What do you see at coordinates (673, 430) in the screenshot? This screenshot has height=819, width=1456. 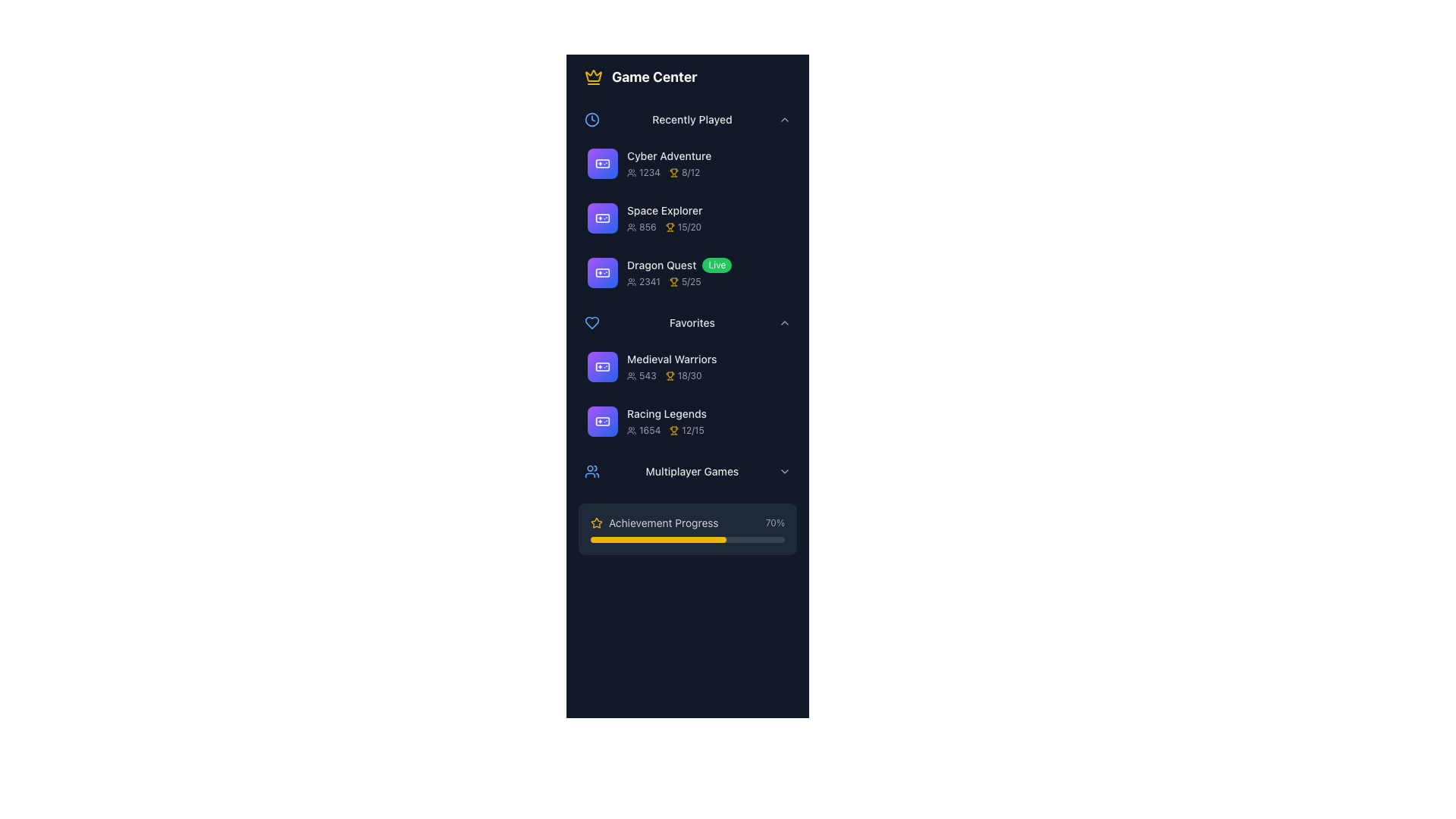 I see `the trophy icon representing an achievement-related metric located under the 'Favorites' category, styled in golden-yellow tones` at bounding box center [673, 430].